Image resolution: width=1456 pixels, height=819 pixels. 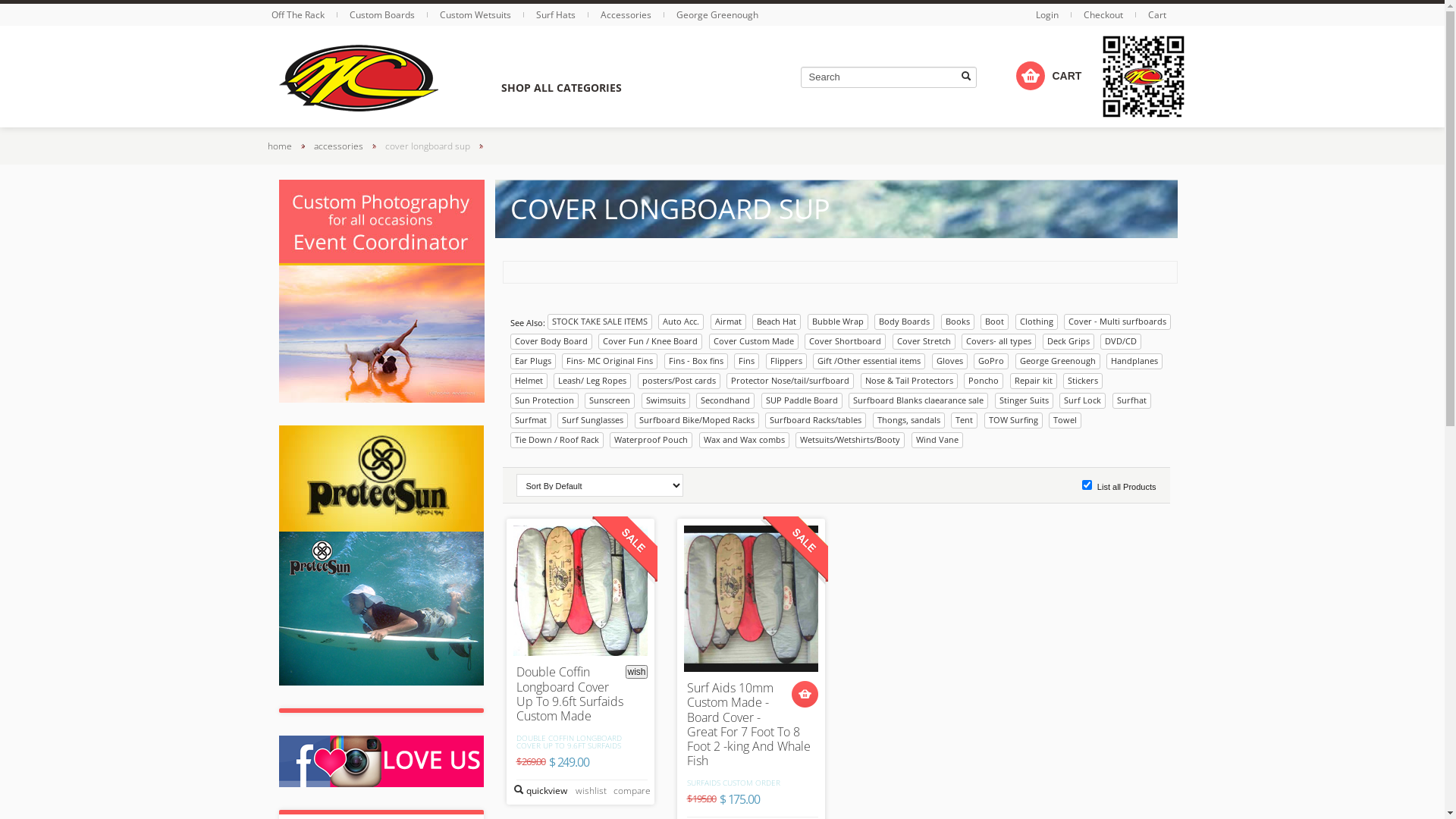 I want to click on 'Nose & Tail Protectors', so click(x=908, y=380).